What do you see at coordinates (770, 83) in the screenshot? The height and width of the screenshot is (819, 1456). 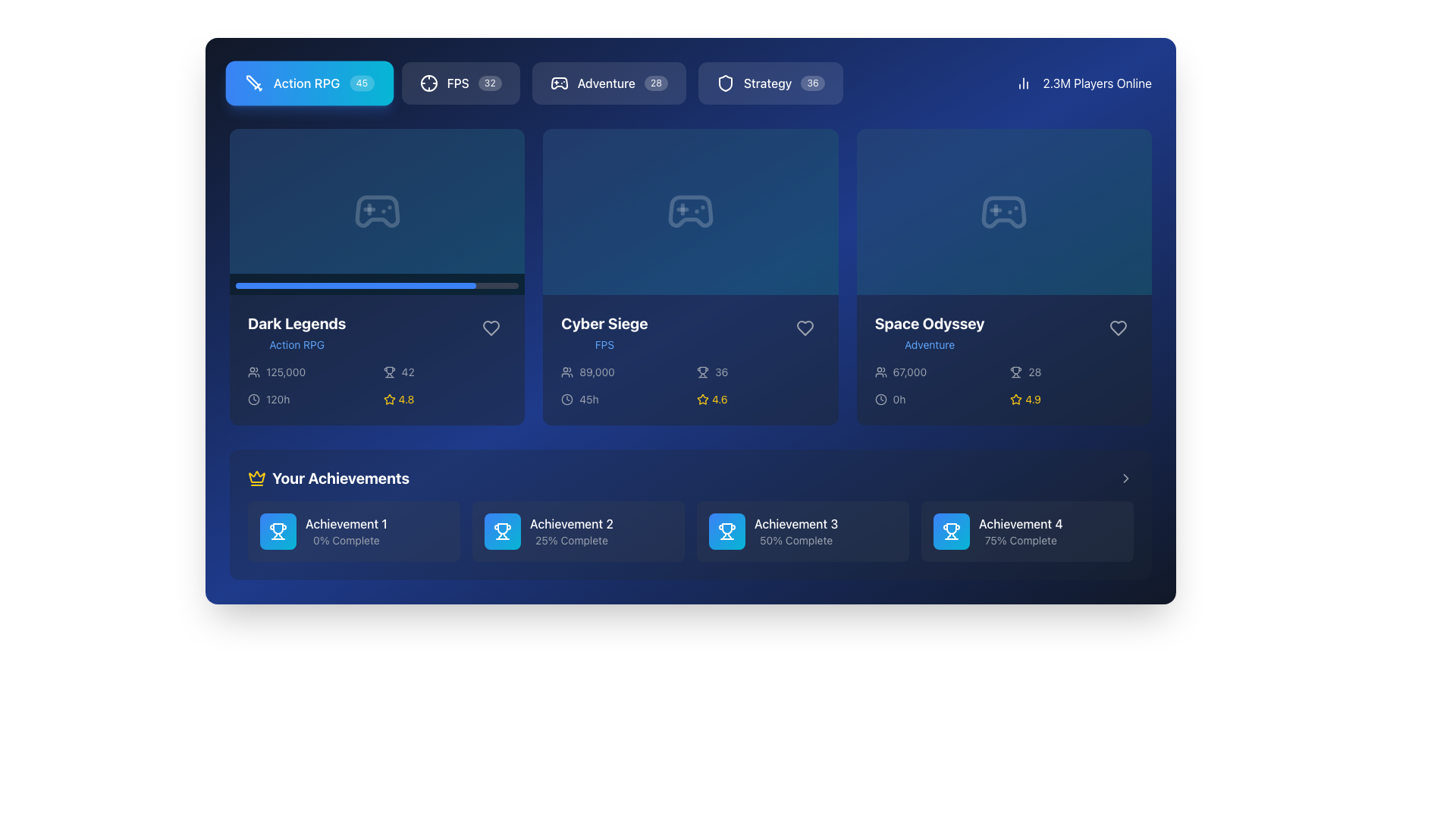 I see `the filter button for the 'Strategy' category located in the top navigation bar to change its background shade` at bounding box center [770, 83].